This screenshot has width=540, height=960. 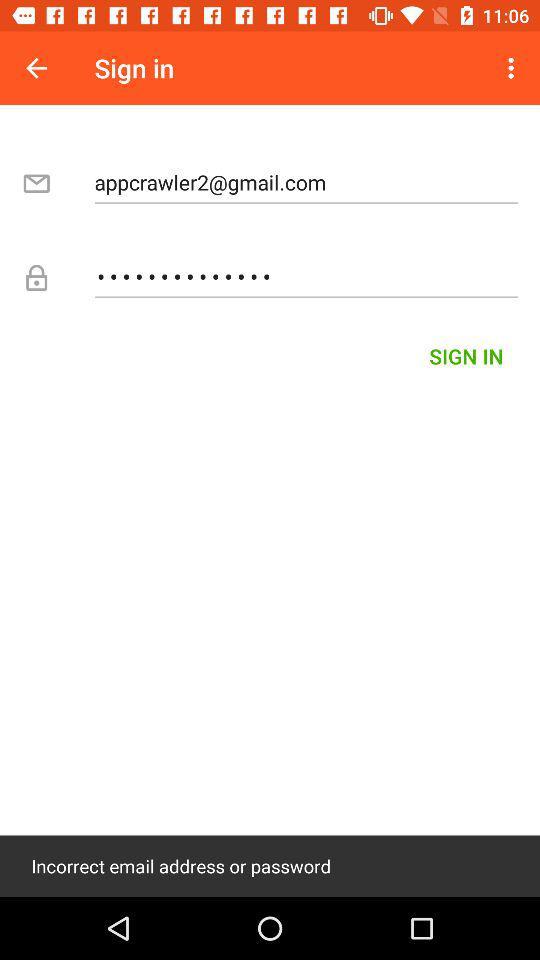 What do you see at coordinates (513, 68) in the screenshot?
I see `icon next to sign in` at bounding box center [513, 68].